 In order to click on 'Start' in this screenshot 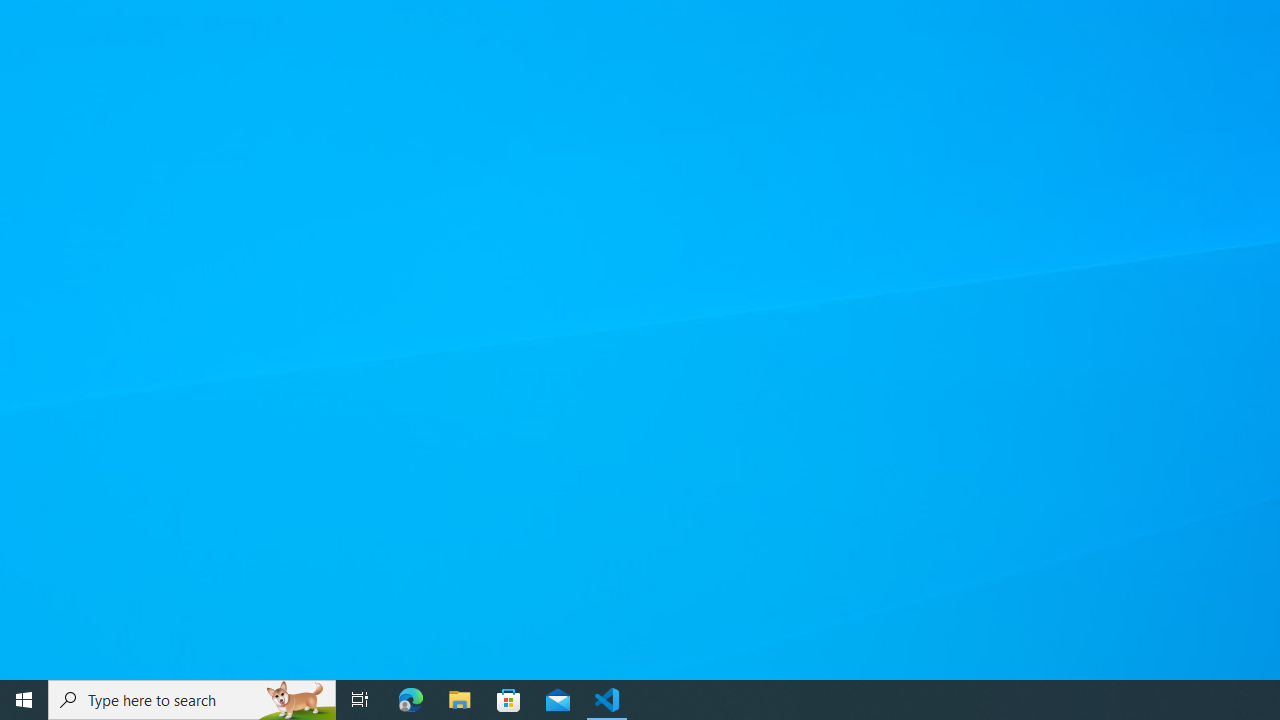, I will do `click(24, 698)`.